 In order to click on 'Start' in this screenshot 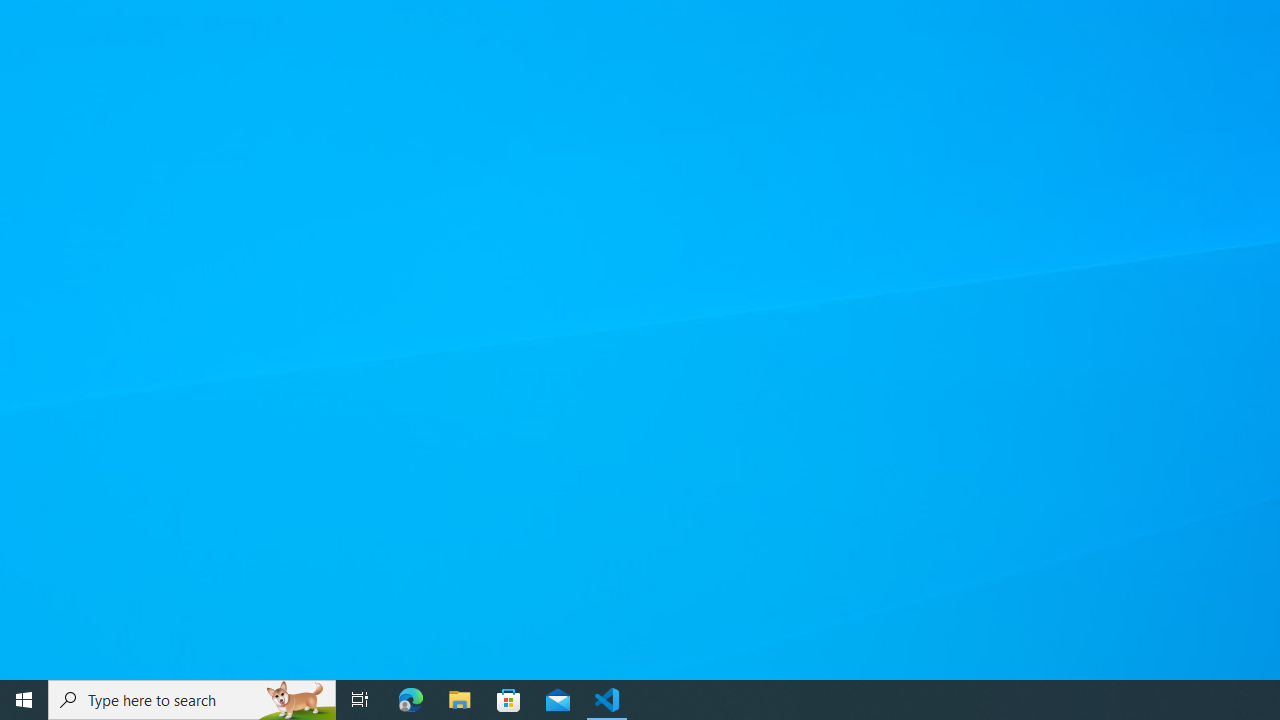, I will do `click(24, 698)`.